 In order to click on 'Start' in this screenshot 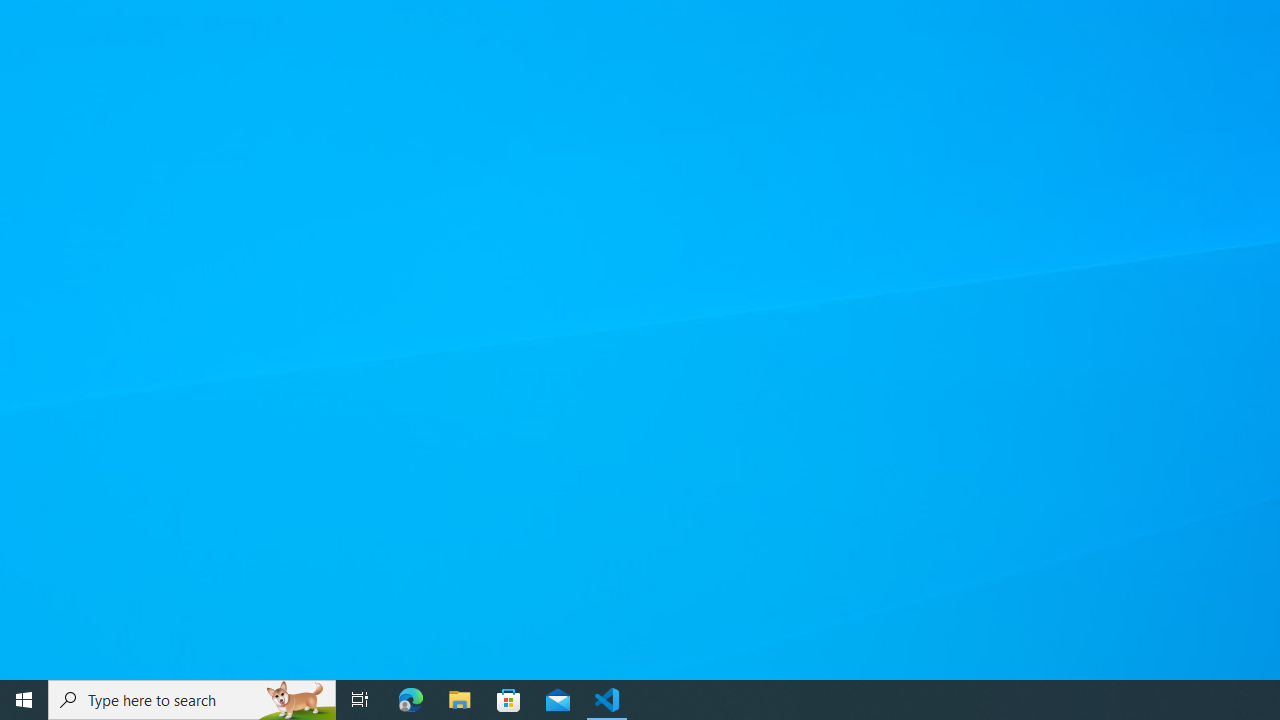, I will do `click(24, 698)`.